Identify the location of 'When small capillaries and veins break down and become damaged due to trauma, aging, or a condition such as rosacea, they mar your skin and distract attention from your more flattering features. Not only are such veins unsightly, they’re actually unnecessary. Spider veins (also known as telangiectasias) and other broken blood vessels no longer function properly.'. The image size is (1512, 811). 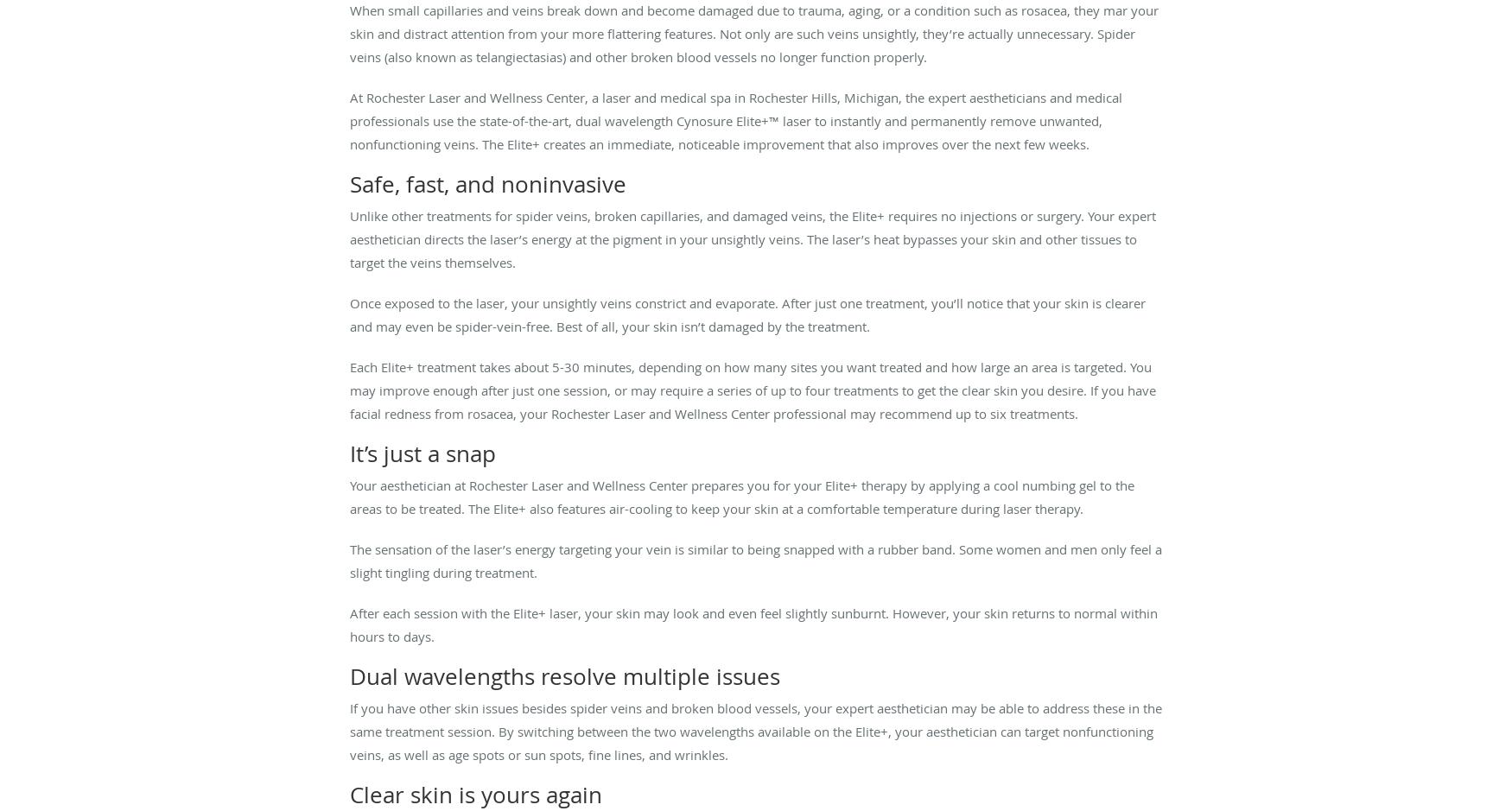
(348, 32).